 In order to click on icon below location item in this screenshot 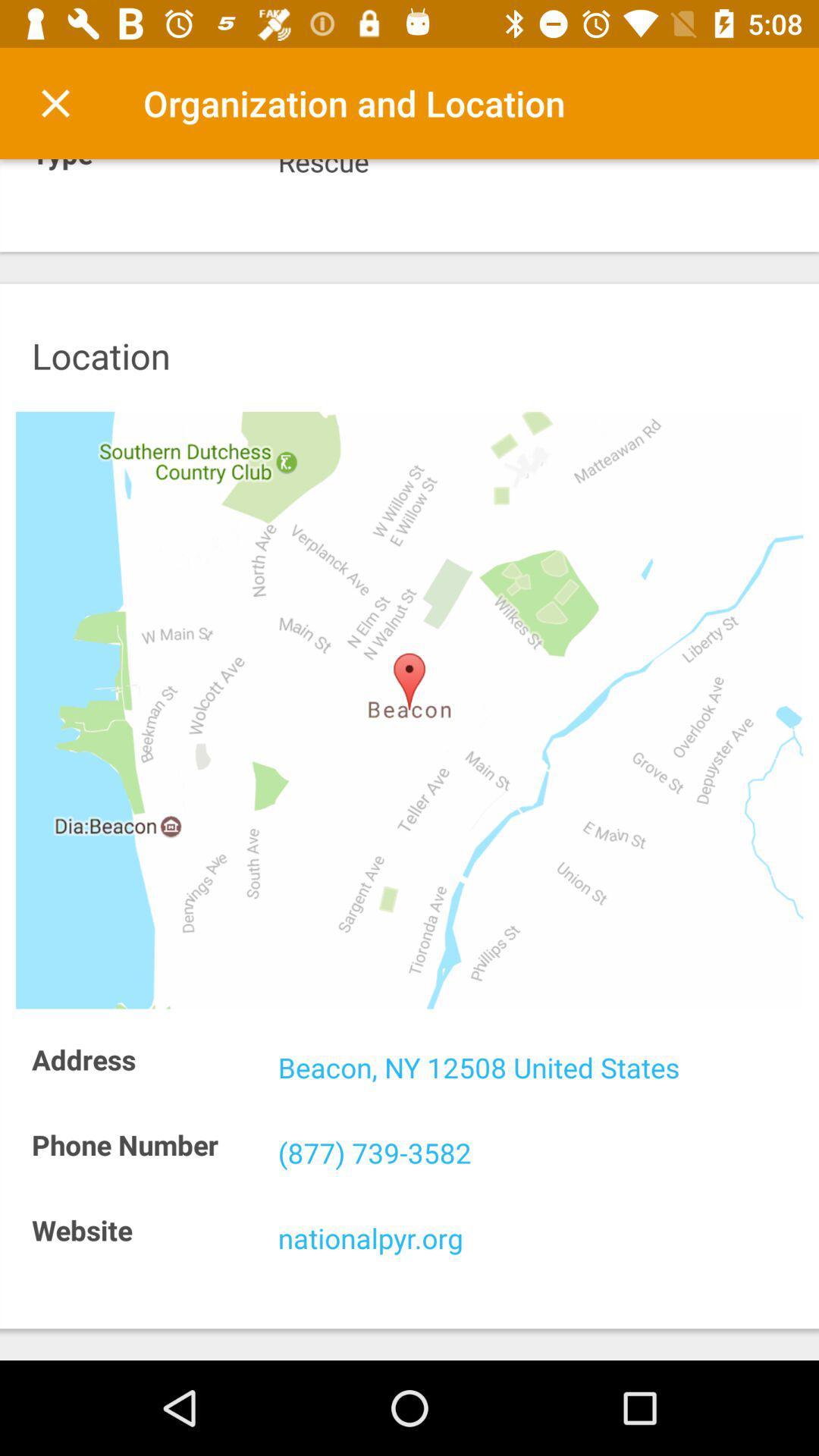, I will do `click(409, 709)`.